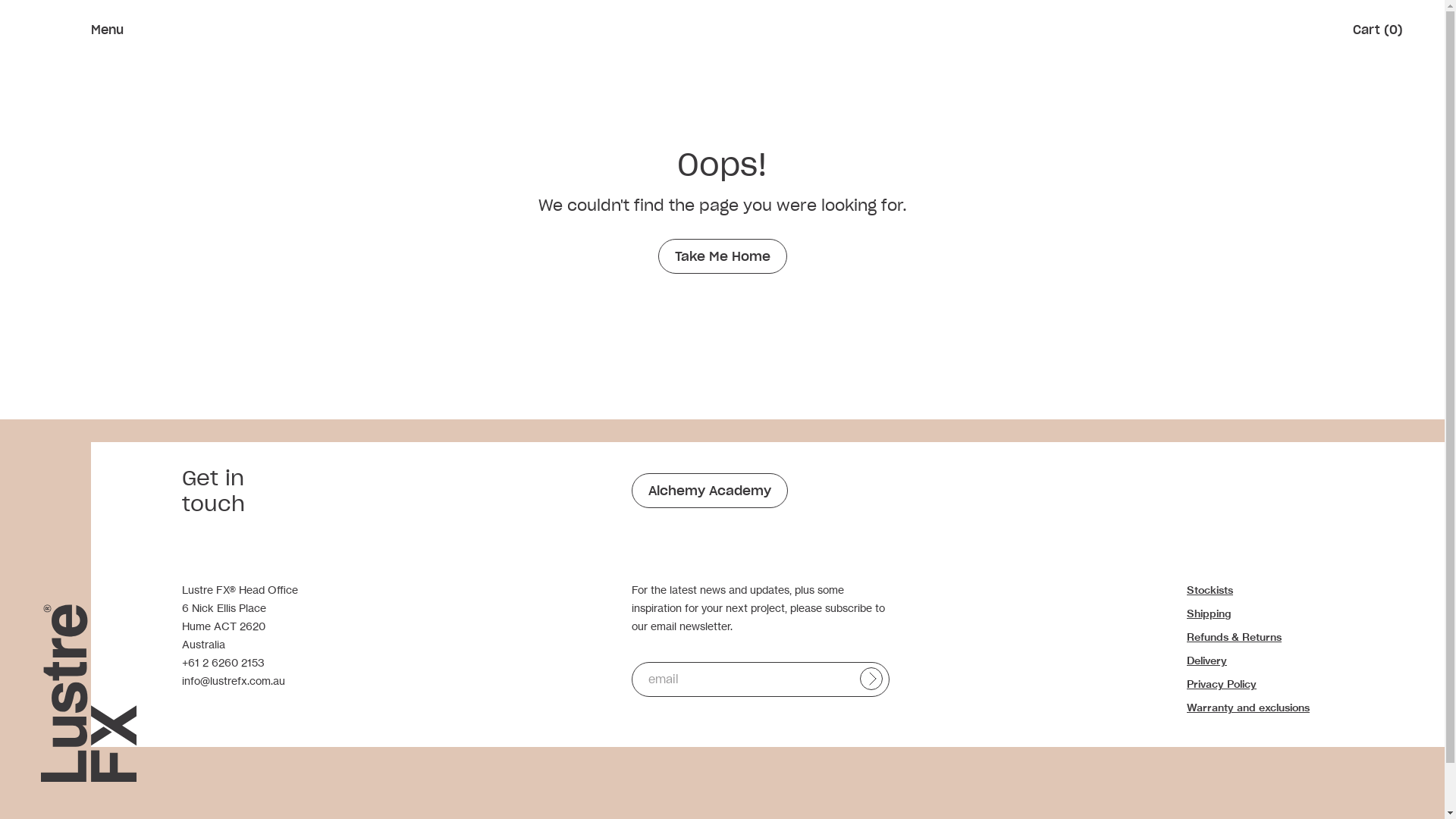 This screenshot has height=819, width=1456. I want to click on '+61 2 6260 2153', so click(222, 661).